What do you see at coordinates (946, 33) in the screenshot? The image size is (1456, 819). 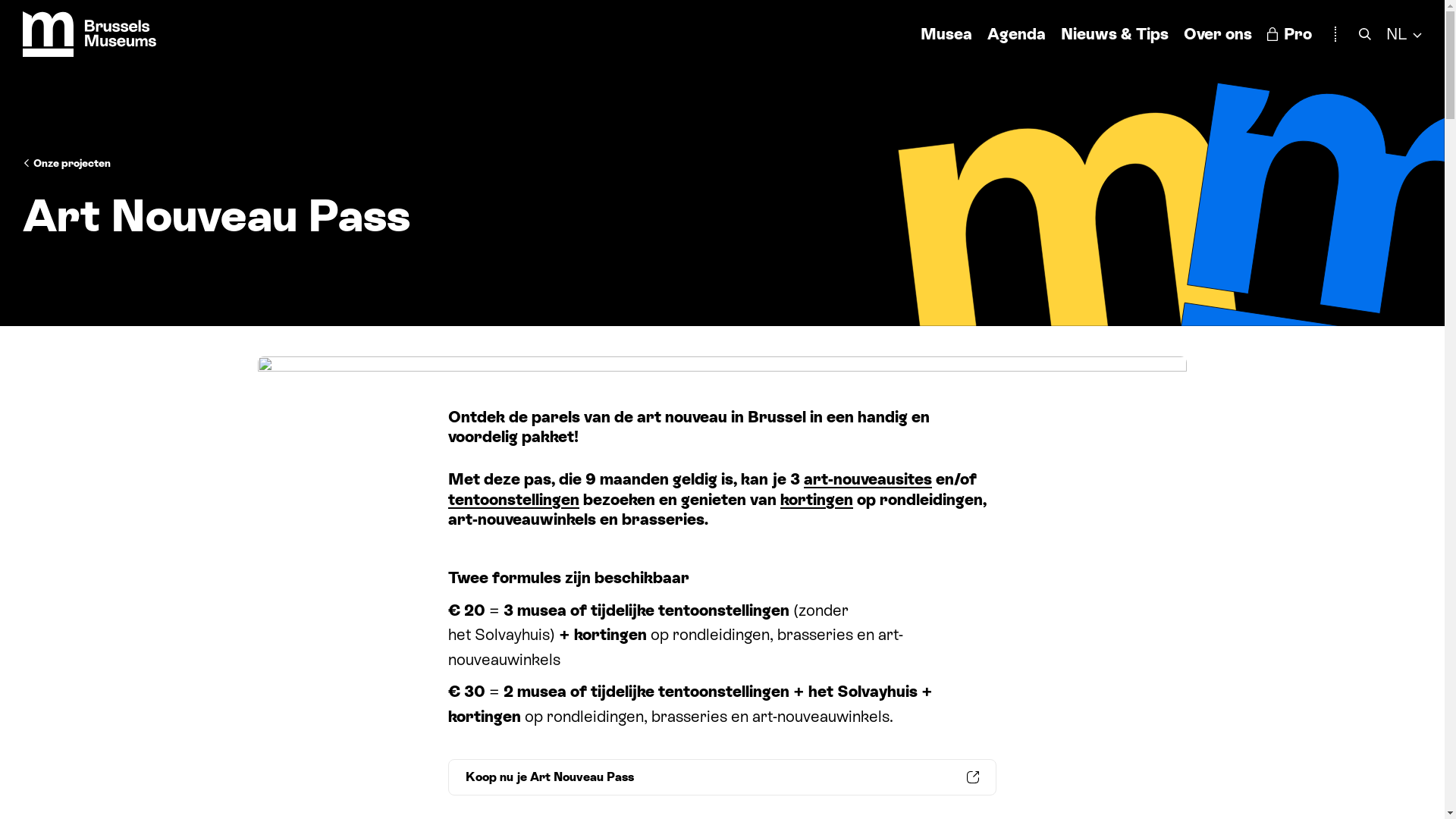 I see `'Musea'` at bounding box center [946, 33].